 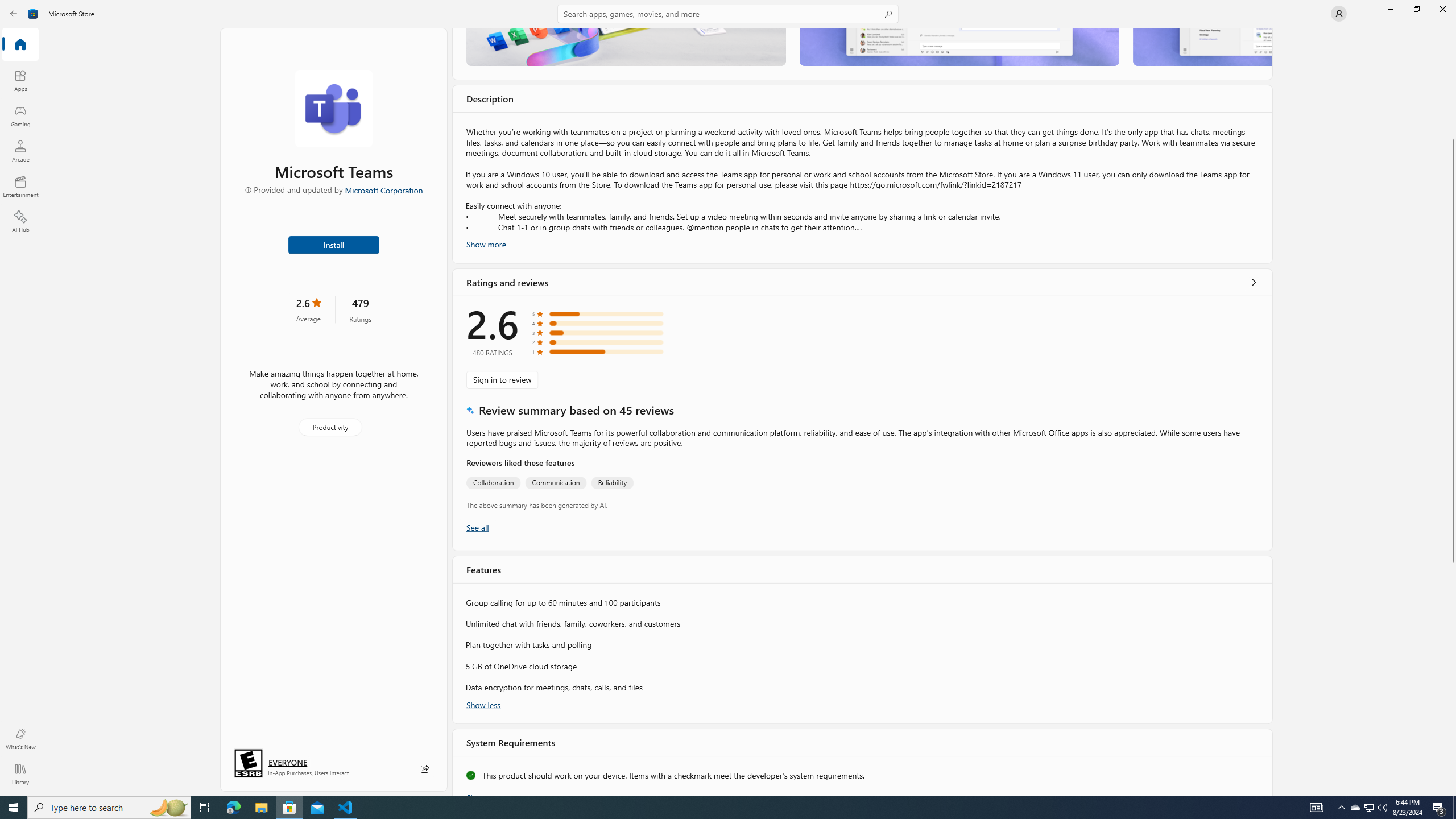 What do you see at coordinates (1442, 9) in the screenshot?
I see `'Close Microsoft Store'` at bounding box center [1442, 9].